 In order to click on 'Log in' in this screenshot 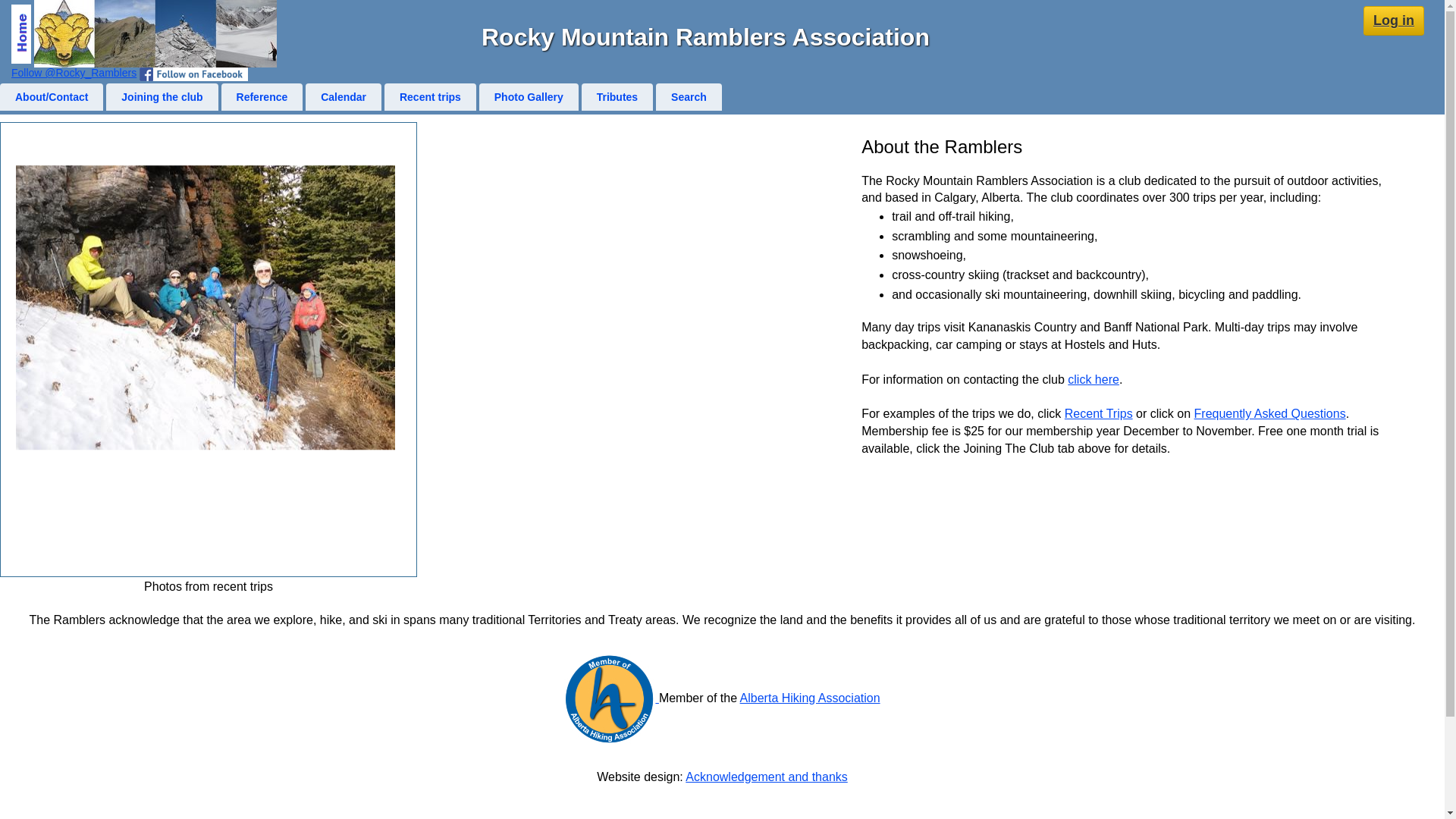, I will do `click(1394, 20)`.